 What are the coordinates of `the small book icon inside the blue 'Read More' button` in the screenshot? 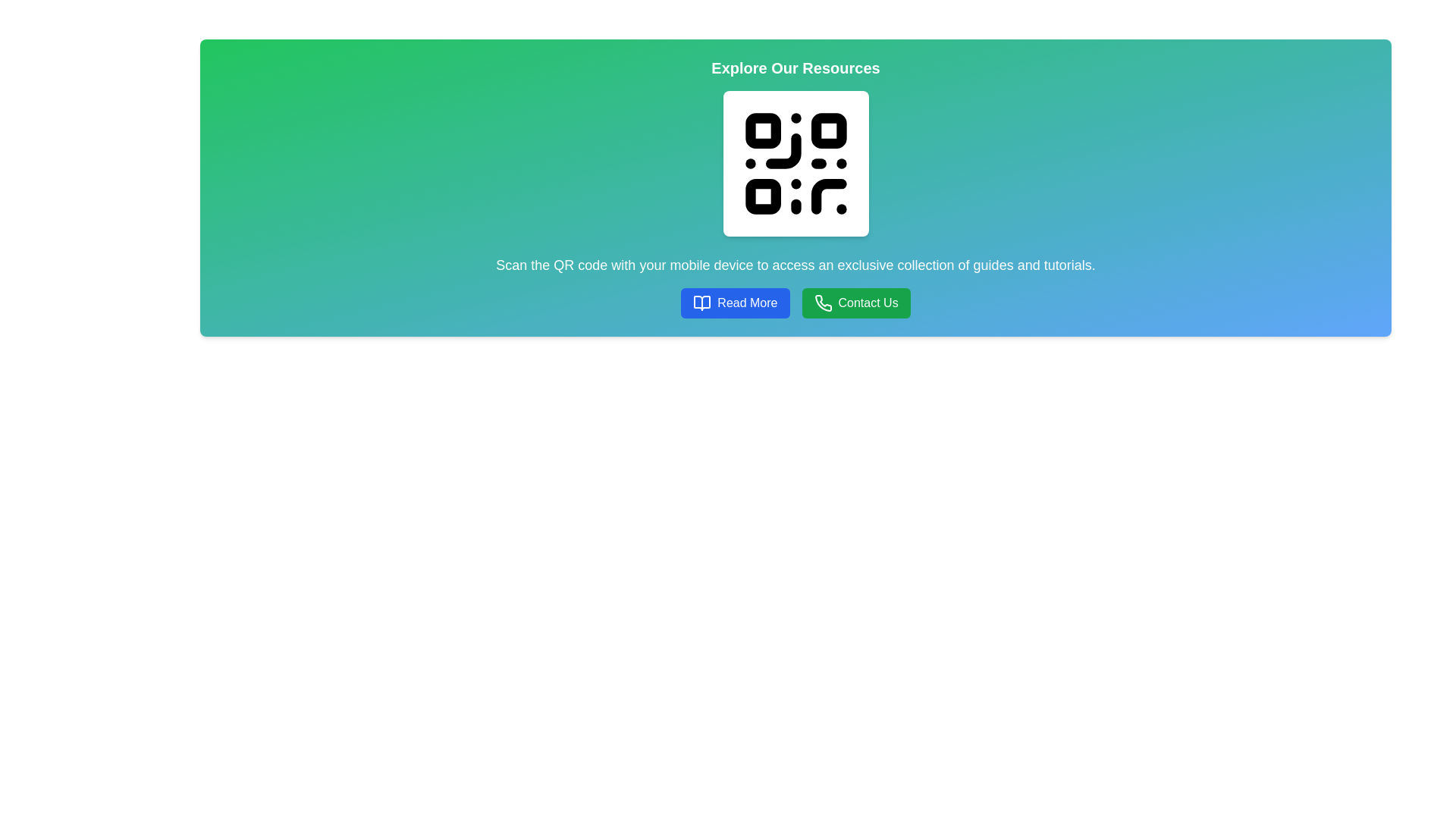 It's located at (701, 303).